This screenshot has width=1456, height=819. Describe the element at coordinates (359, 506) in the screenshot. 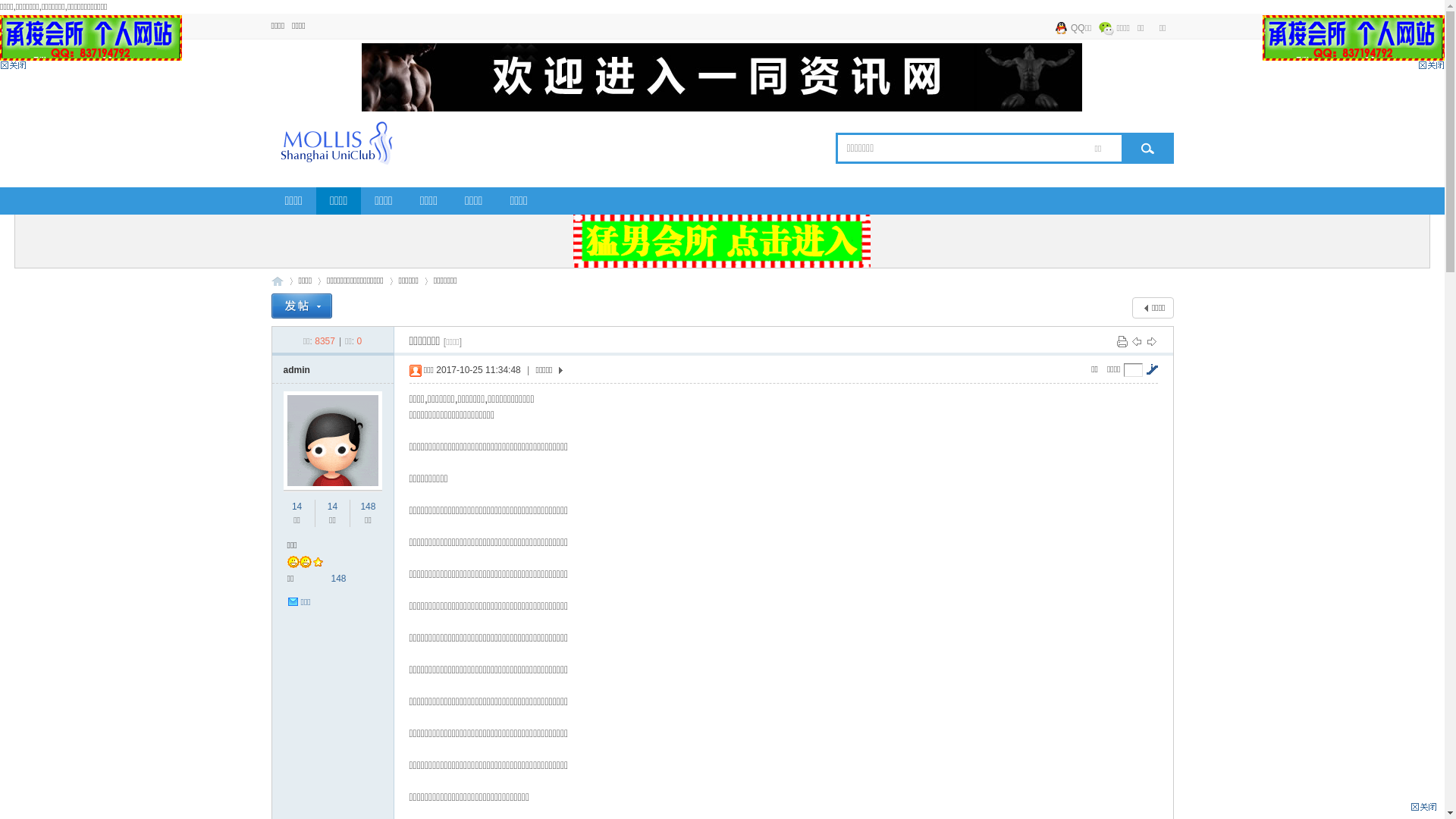

I see `'148'` at that location.